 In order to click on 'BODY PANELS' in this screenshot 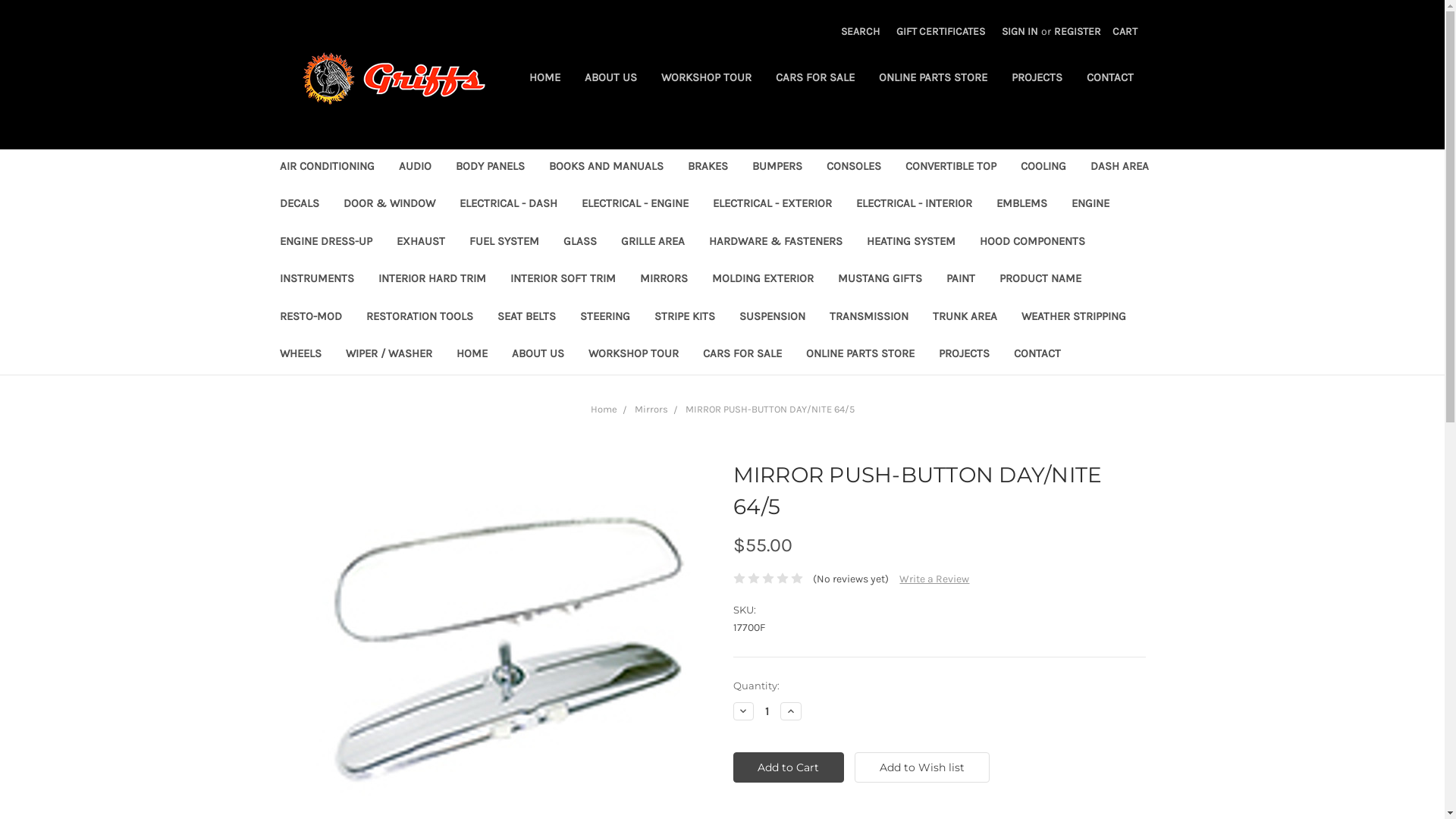, I will do `click(489, 168)`.